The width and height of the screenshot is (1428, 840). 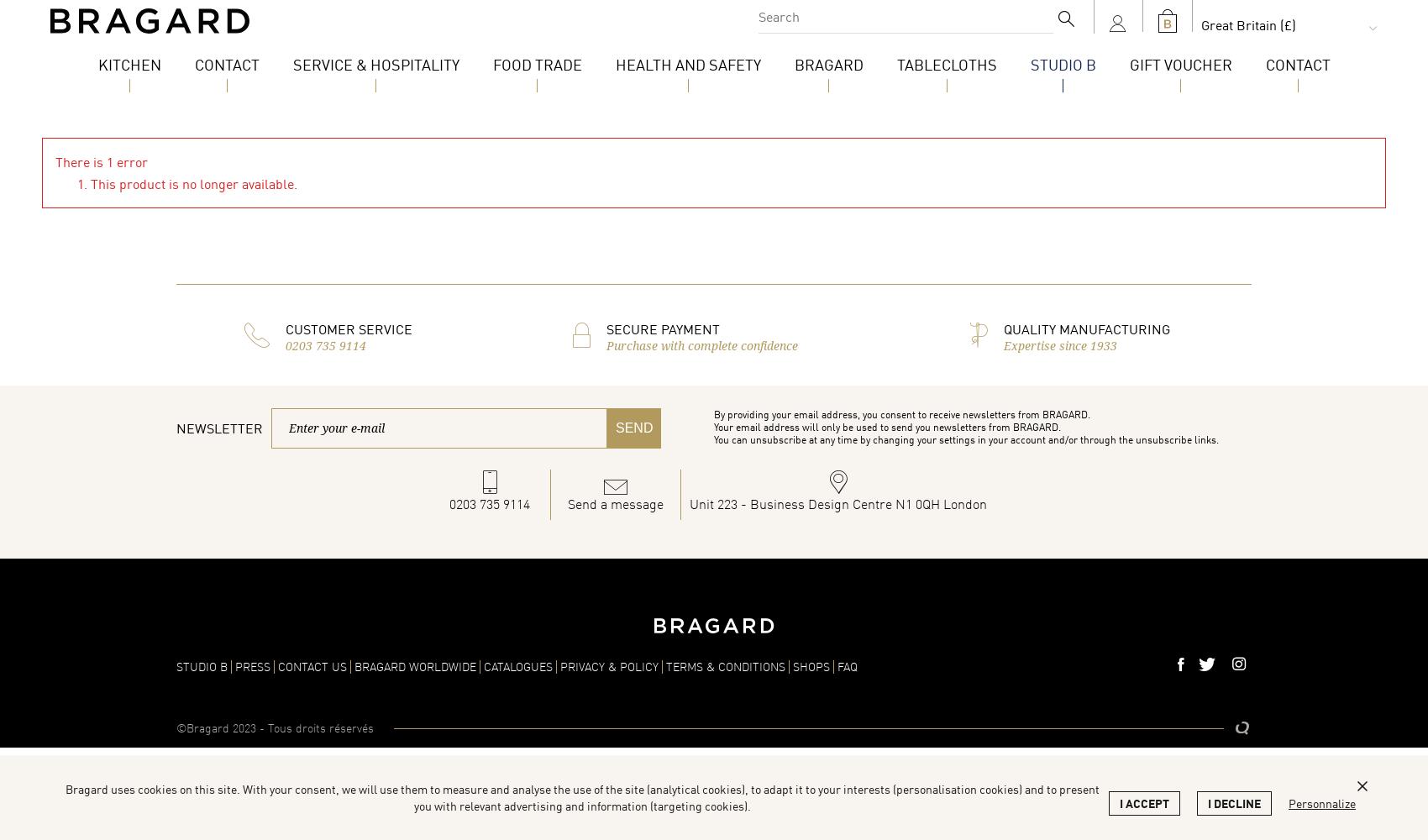 I want to click on 'Food Trade', so click(x=537, y=64).